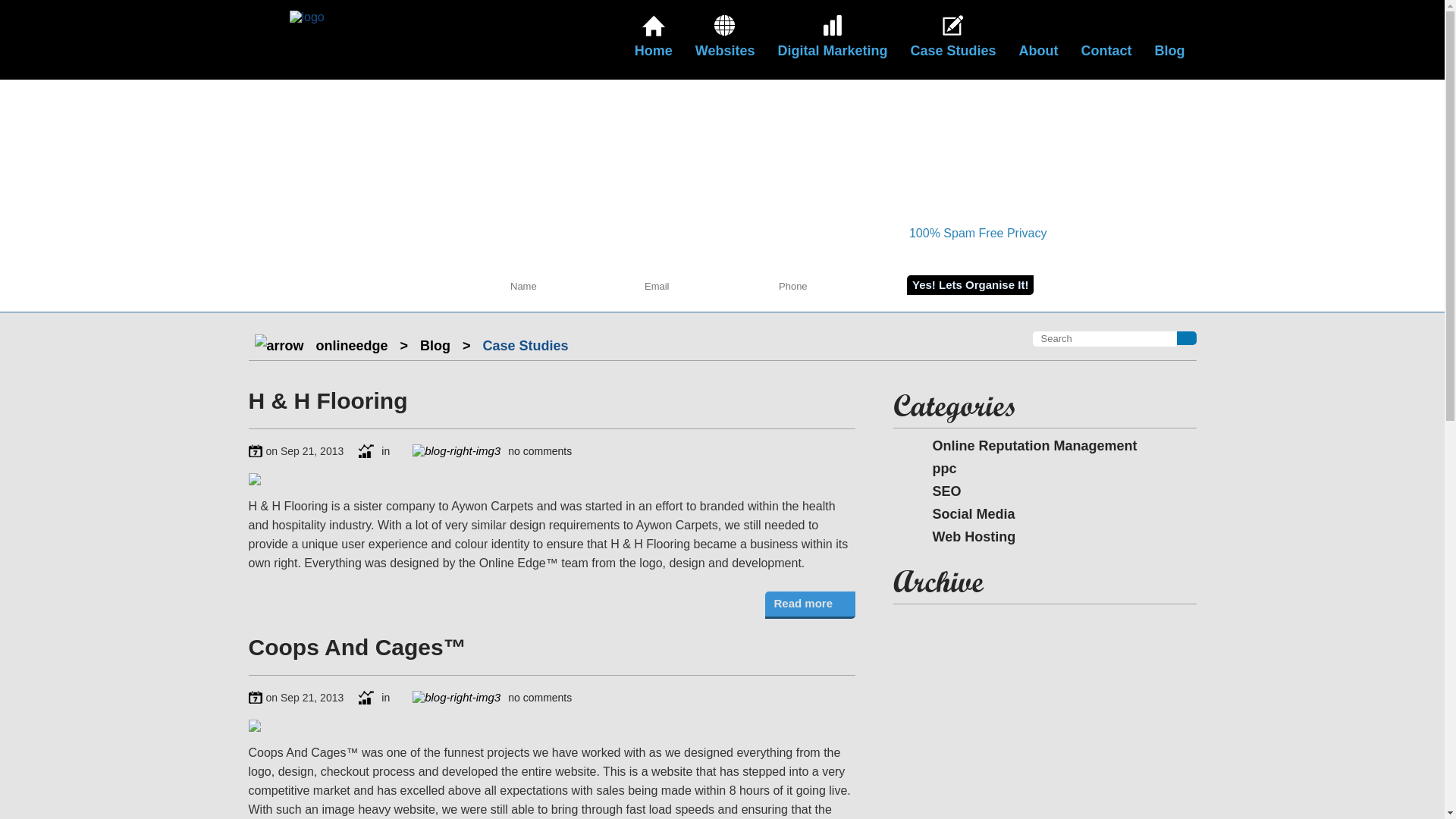 This screenshot has height=819, width=1456. What do you see at coordinates (1106, 39) in the screenshot?
I see `'Contact'` at bounding box center [1106, 39].